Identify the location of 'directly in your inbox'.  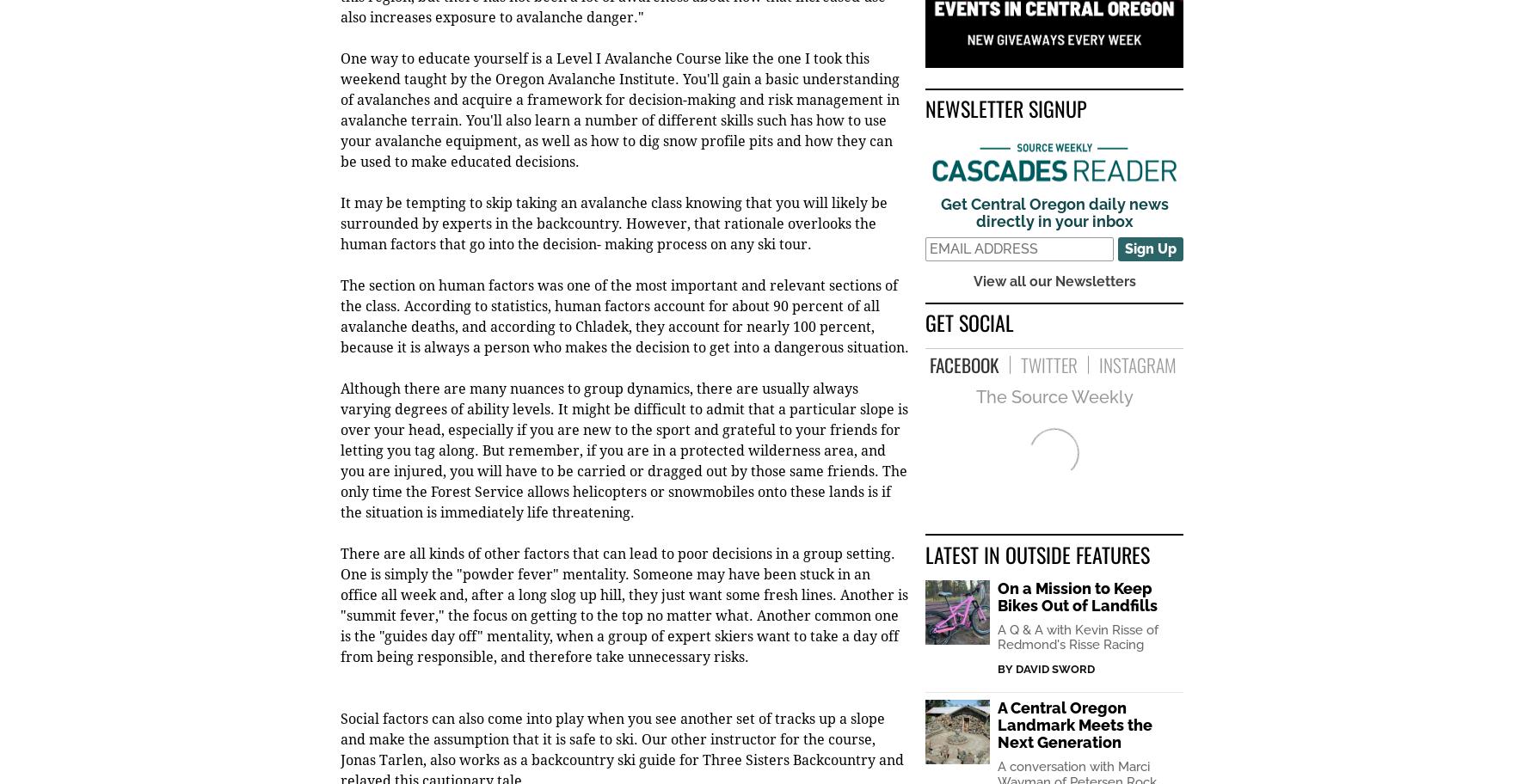
(974, 223).